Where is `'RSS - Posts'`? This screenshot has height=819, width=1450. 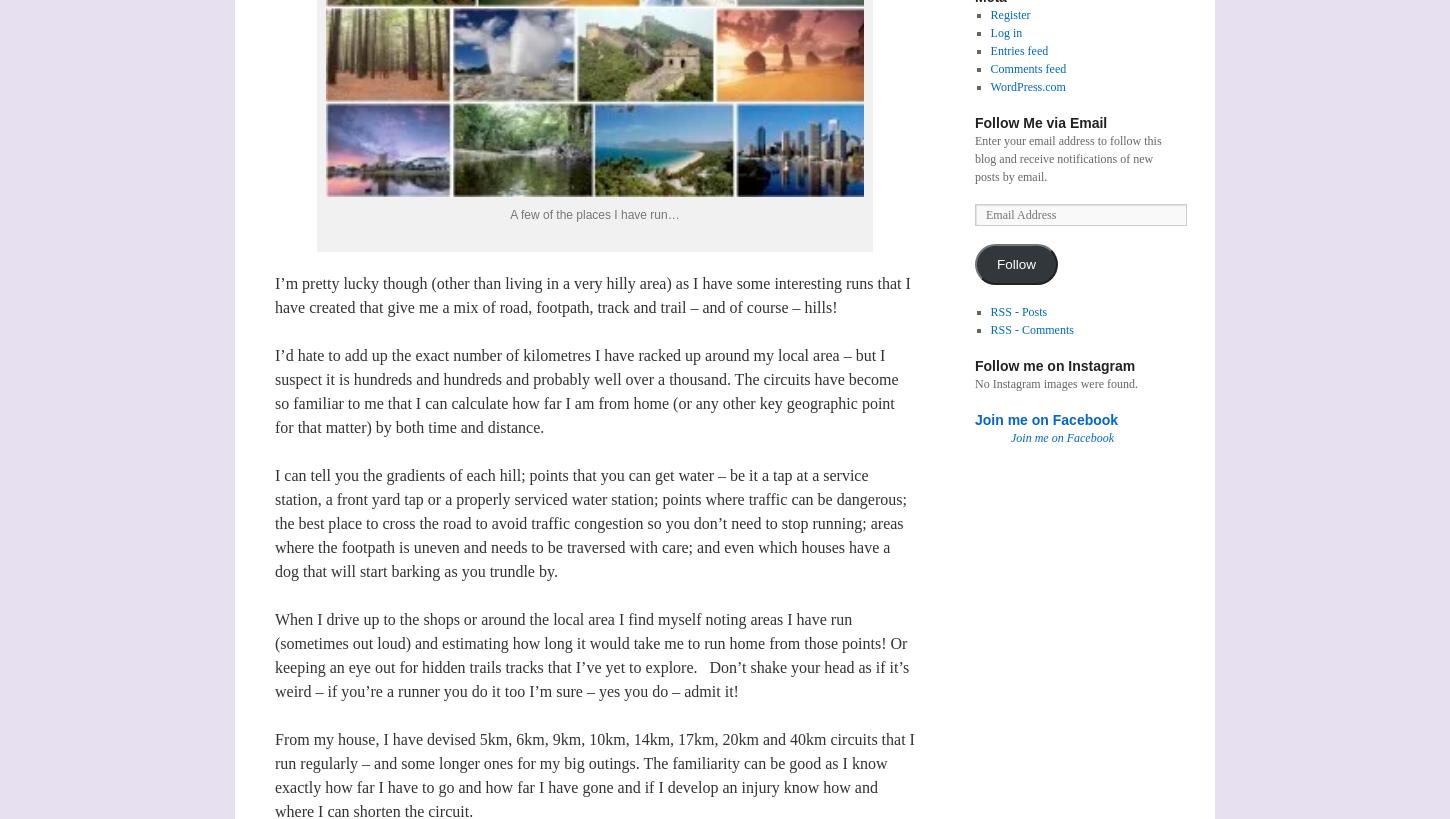 'RSS - Posts' is located at coordinates (990, 312).